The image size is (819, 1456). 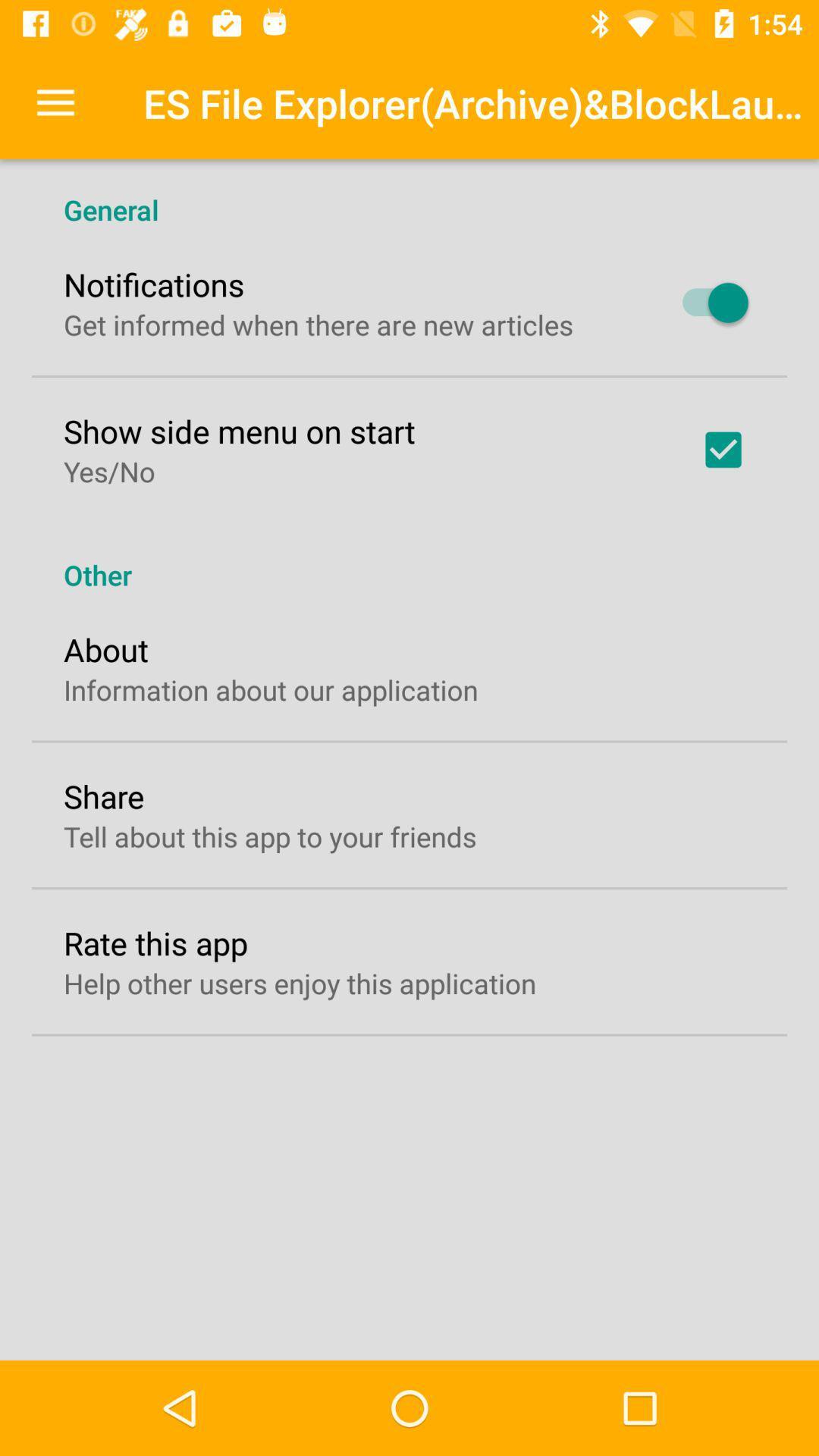 I want to click on the notifications item, so click(x=154, y=284).